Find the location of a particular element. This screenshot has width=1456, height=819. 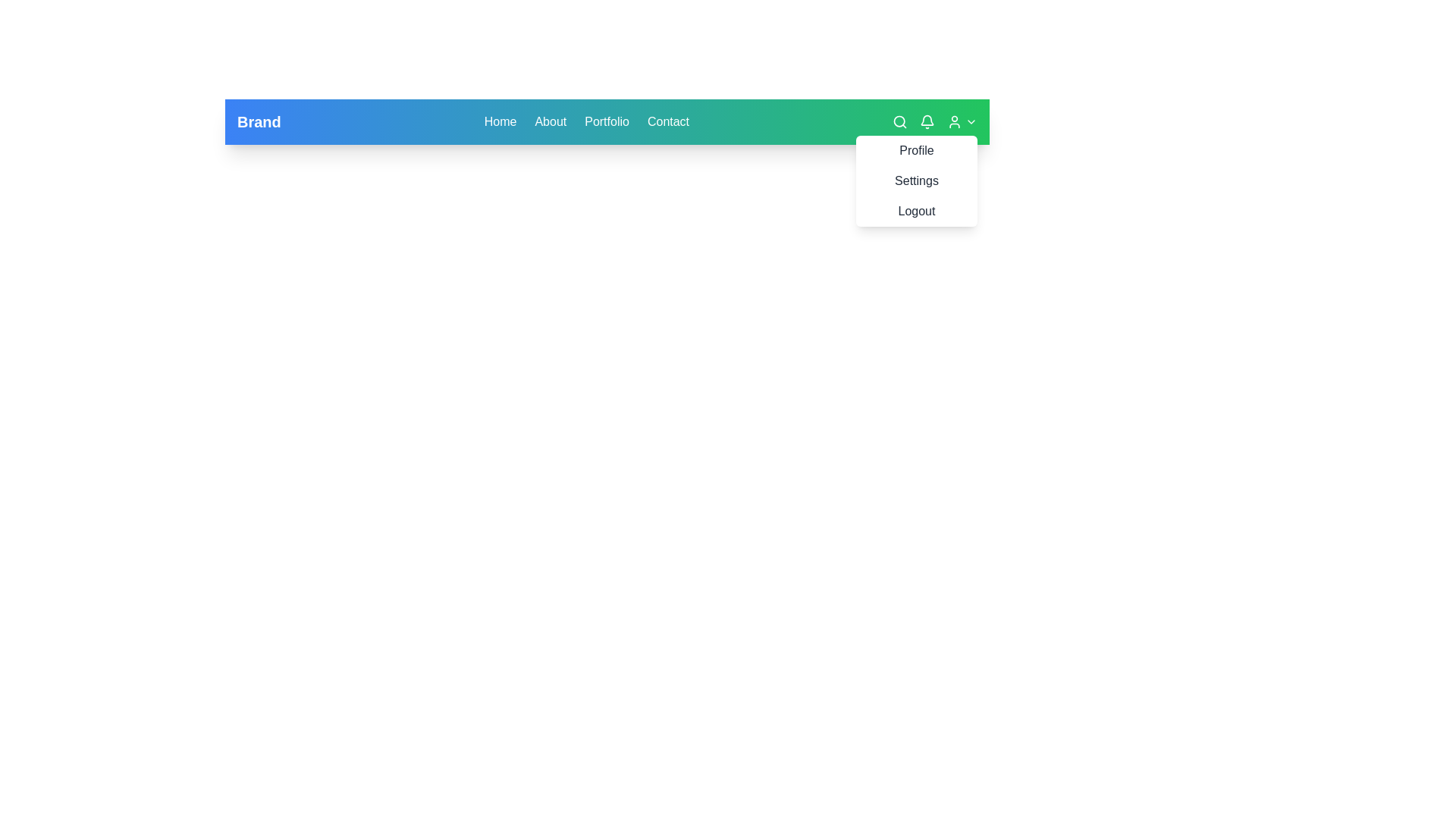

the static text or label, which serves as a brand identifier or logo located in the horizontal navigation bar at the top of the interface is located at coordinates (259, 121).